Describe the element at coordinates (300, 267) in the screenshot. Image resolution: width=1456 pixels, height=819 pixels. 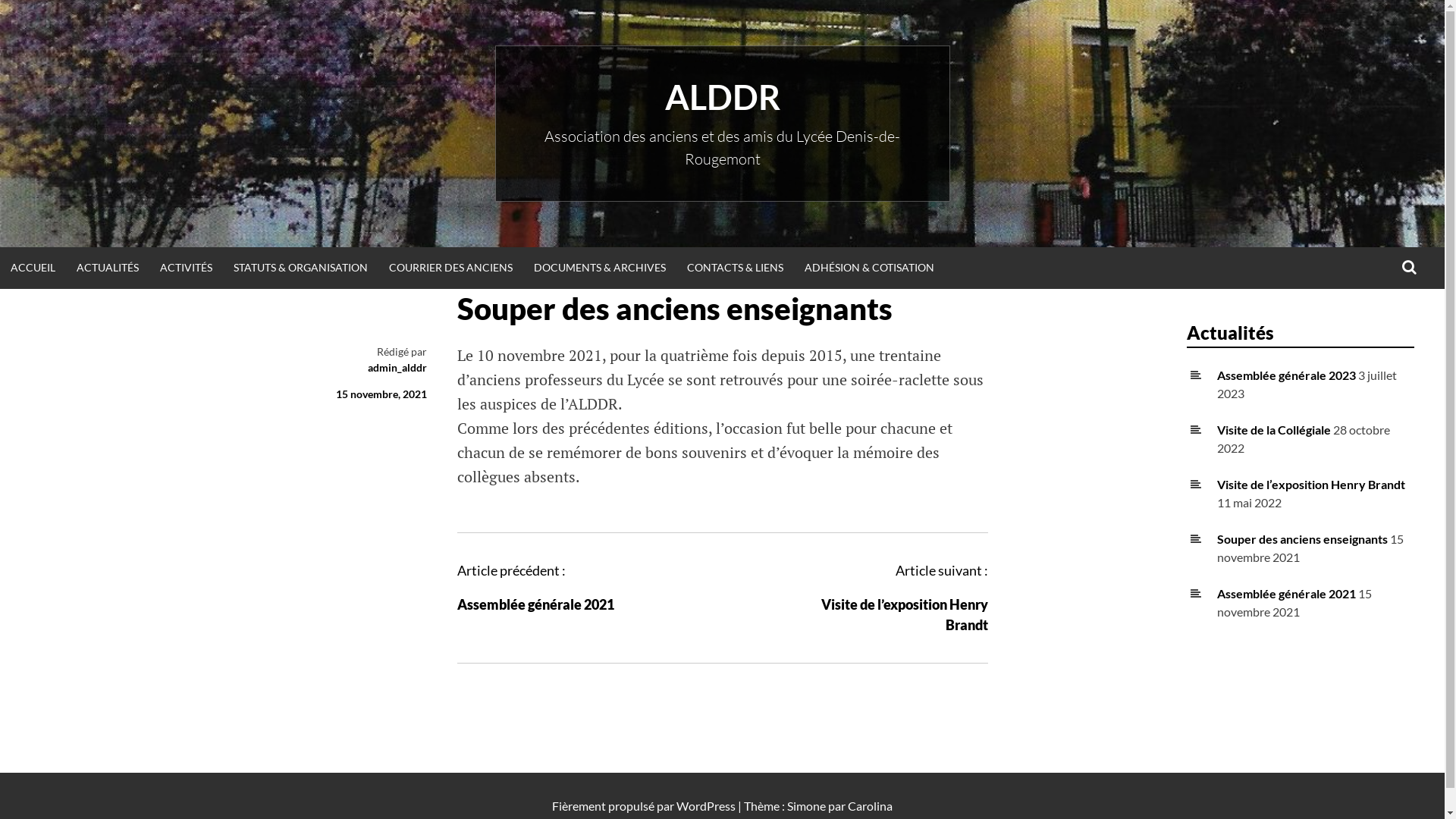
I see `'STATUTS & ORGANISATION'` at that location.